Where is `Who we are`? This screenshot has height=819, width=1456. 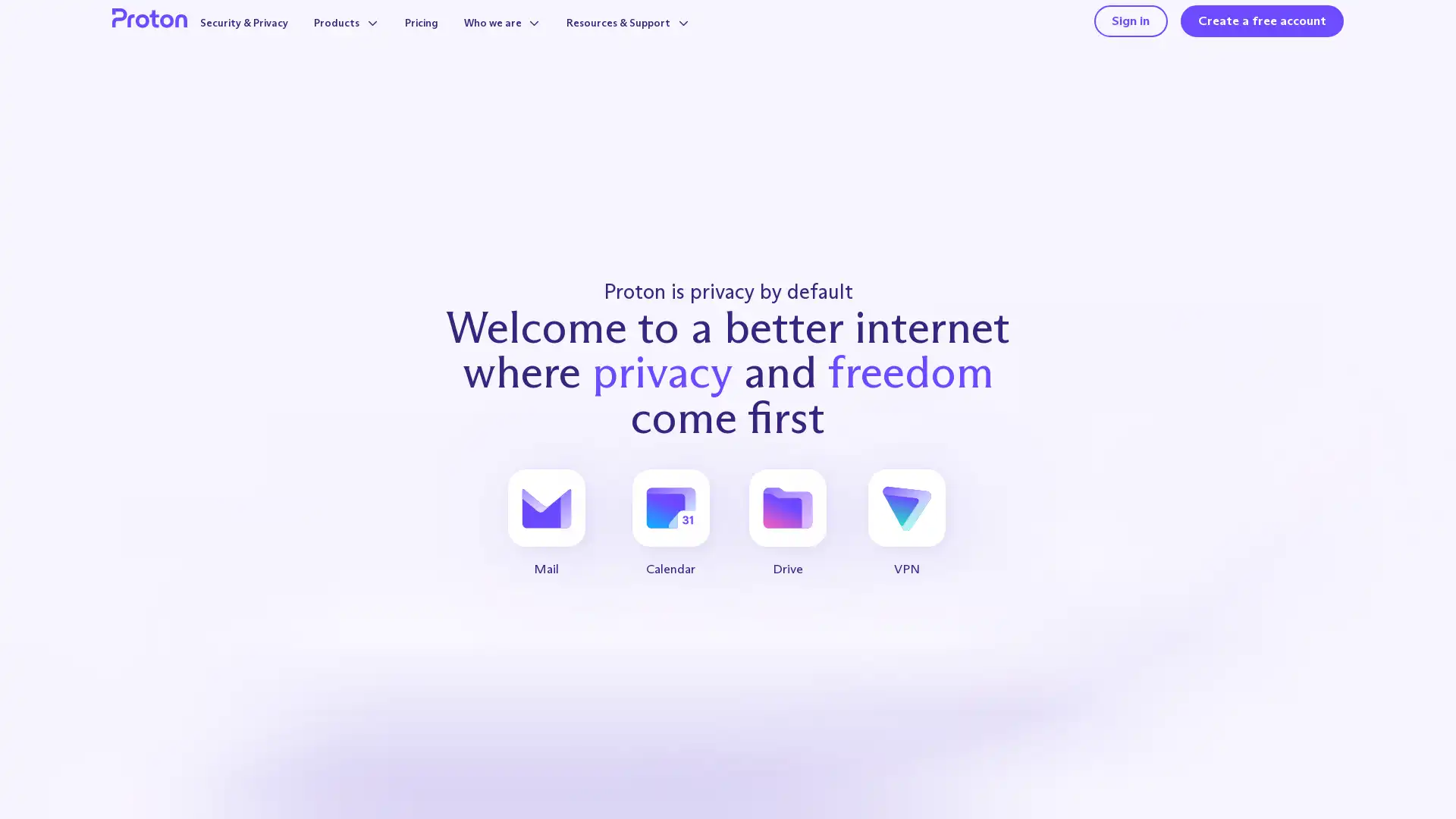 Who we are is located at coordinates (515, 39).